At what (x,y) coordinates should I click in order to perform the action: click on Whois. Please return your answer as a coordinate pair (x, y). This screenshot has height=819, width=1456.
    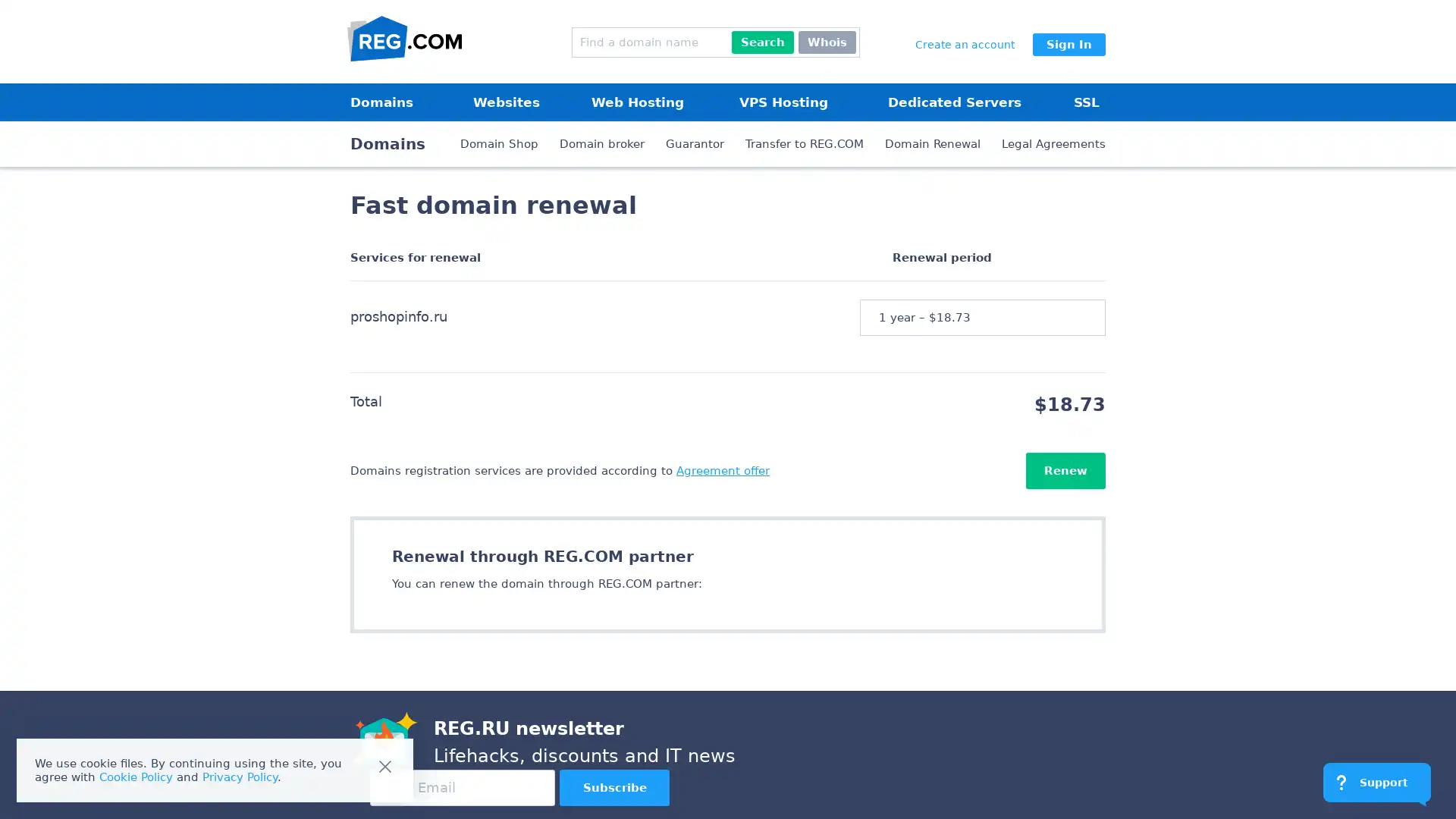
    Looking at the image, I should click on (826, 42).